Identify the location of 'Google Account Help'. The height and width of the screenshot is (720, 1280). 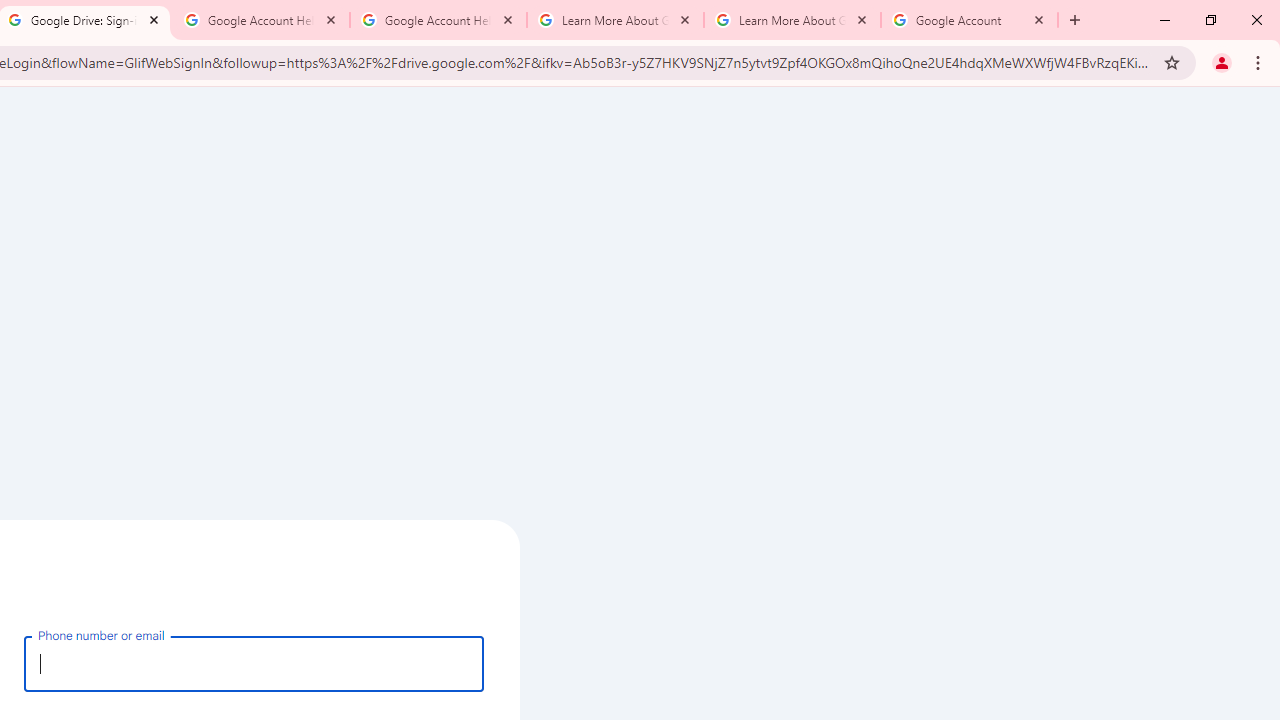
(437, 20).